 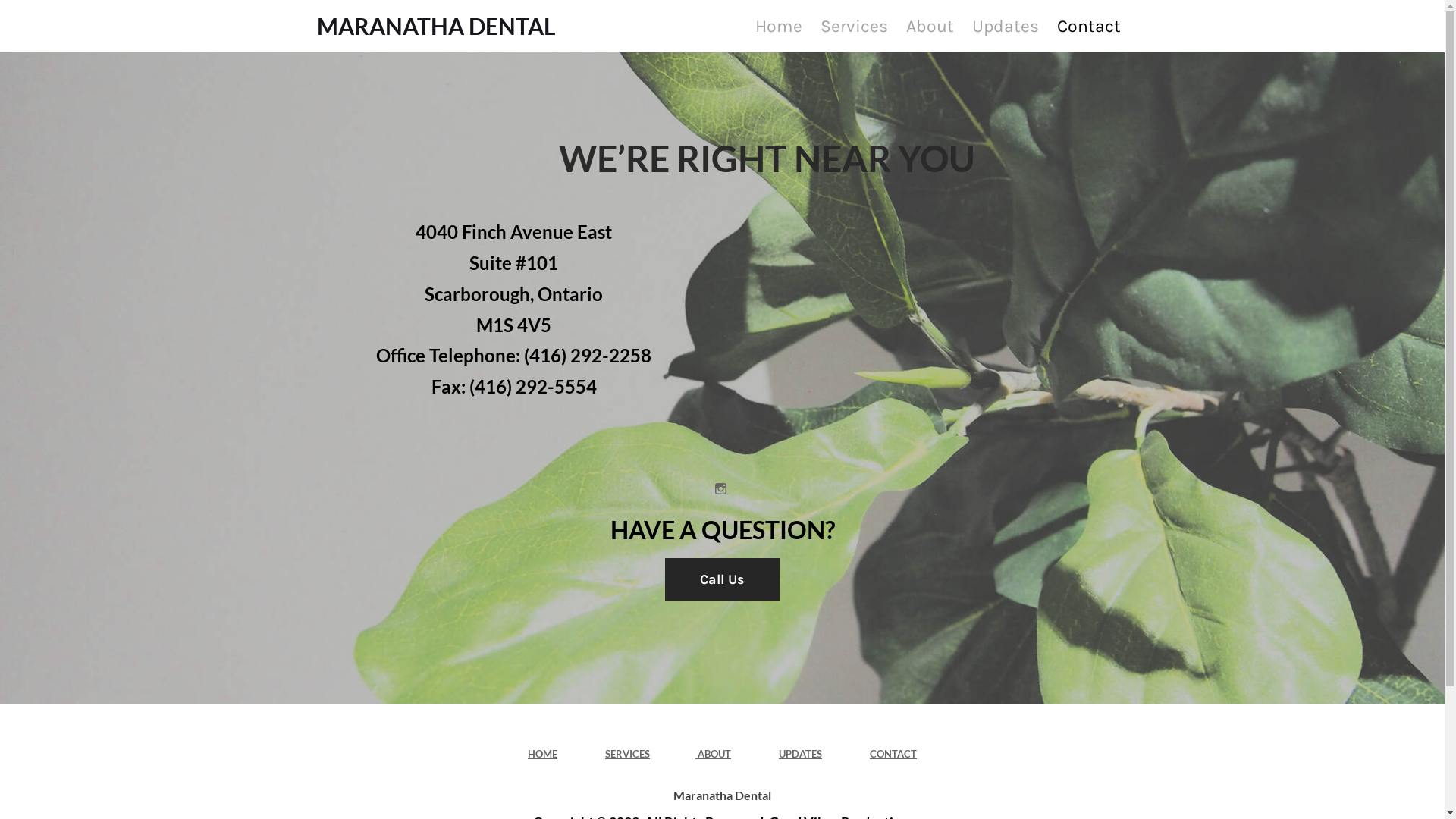 What do you see at coordinates (778, 26) in the screenshot?
I see `'Home'` at bounding box center [778, 26].